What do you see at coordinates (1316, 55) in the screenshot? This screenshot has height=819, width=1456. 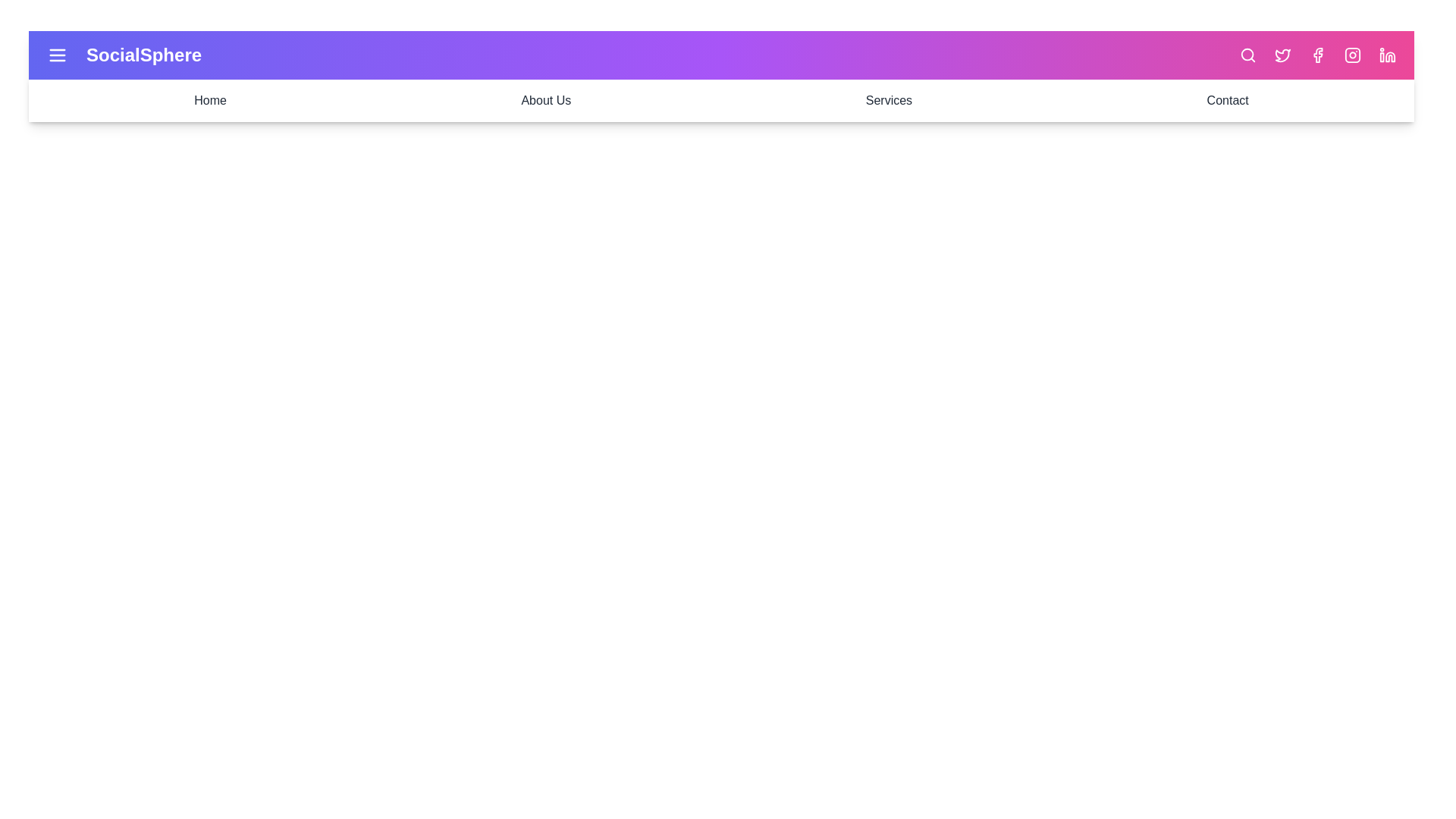 I see `the Facebook icon to open its respective link` at bounding box center [1316, 55].